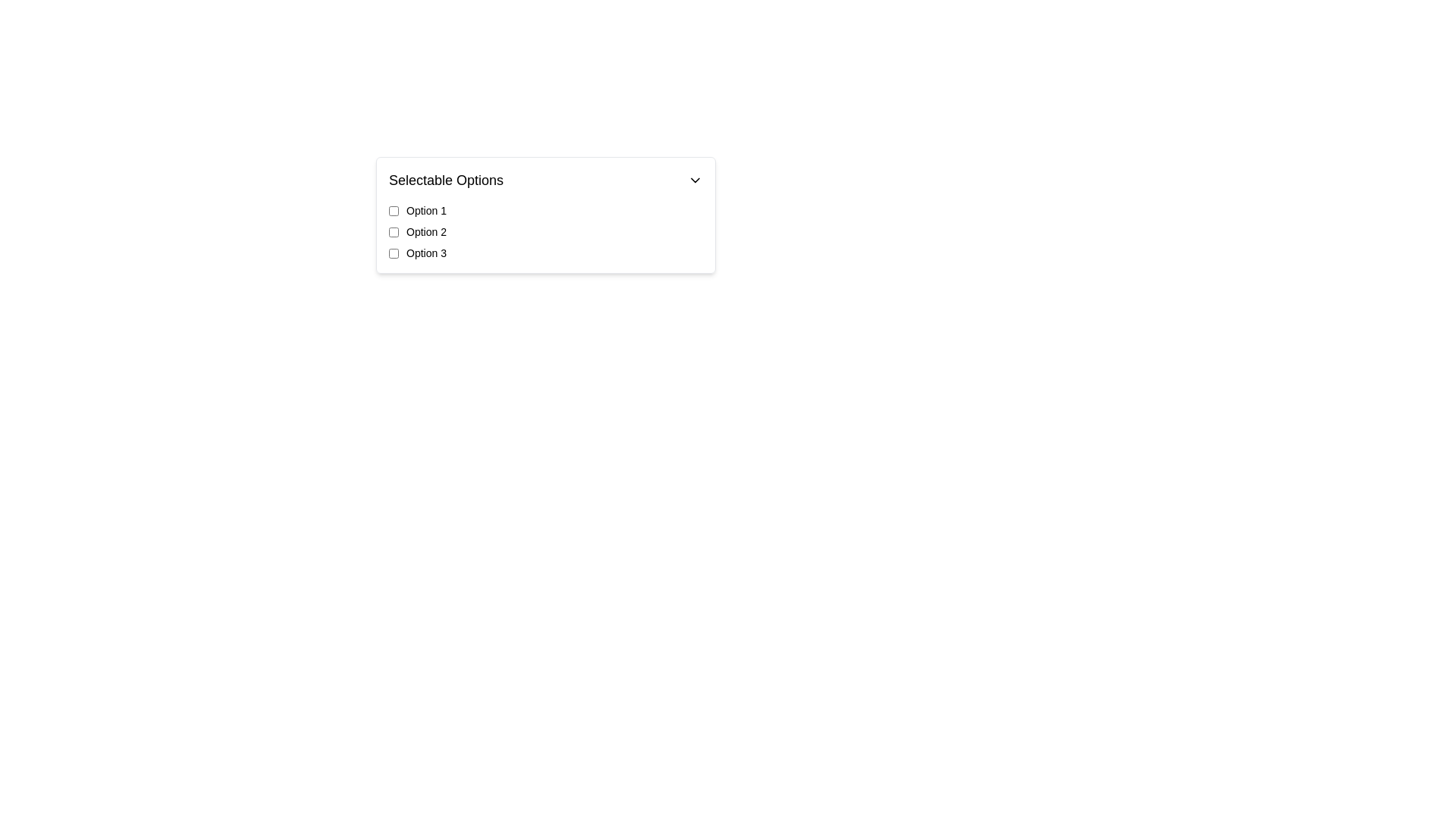 This screenshot has height=819, width=1456. Describe the element at coordinates (425, 253) in the screenshot. I see `the third text label in the 'Selectable Options' section, which describes the checkbox next to it` at that location.